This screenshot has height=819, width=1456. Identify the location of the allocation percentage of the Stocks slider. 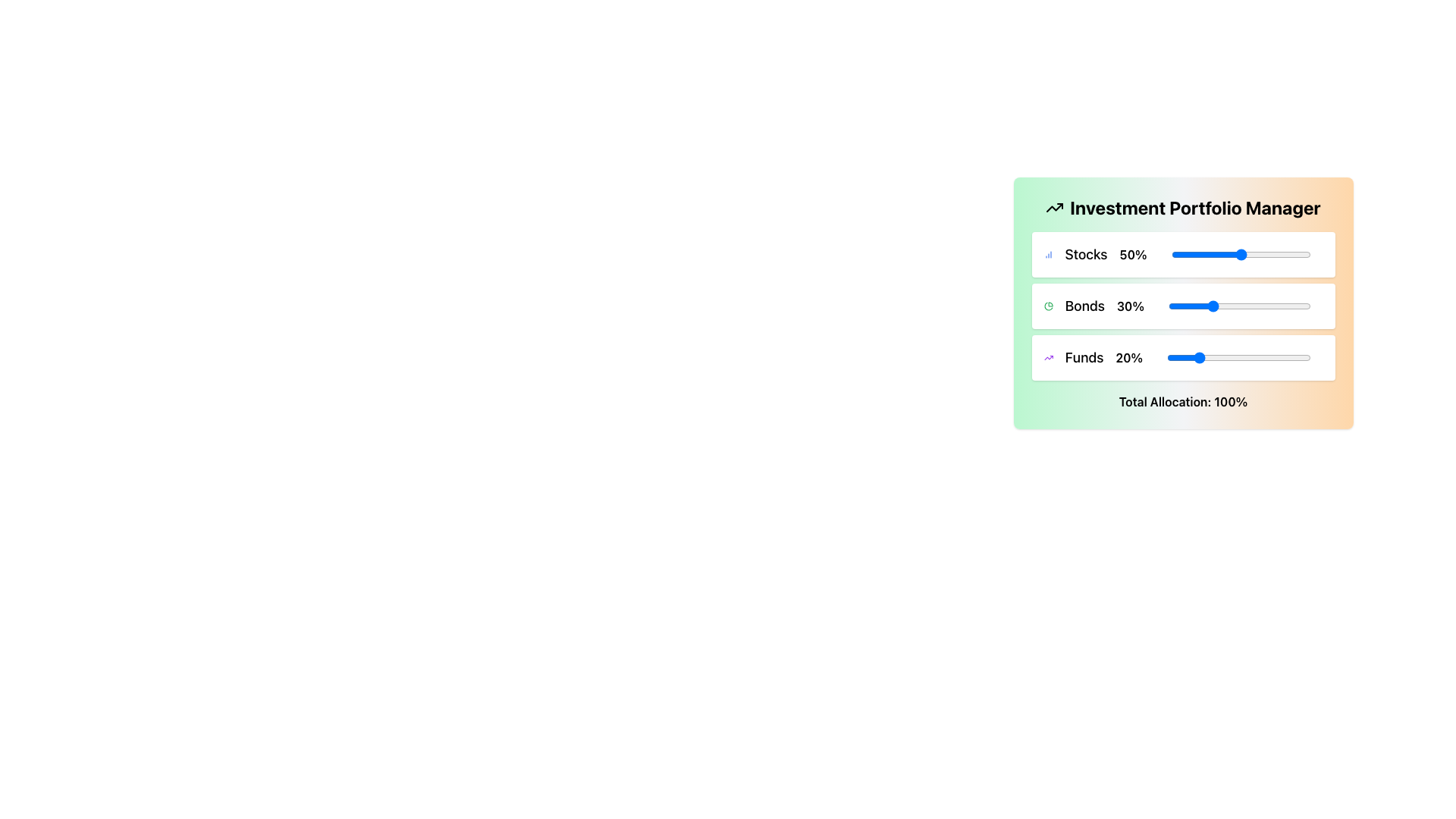
(1252, 253).